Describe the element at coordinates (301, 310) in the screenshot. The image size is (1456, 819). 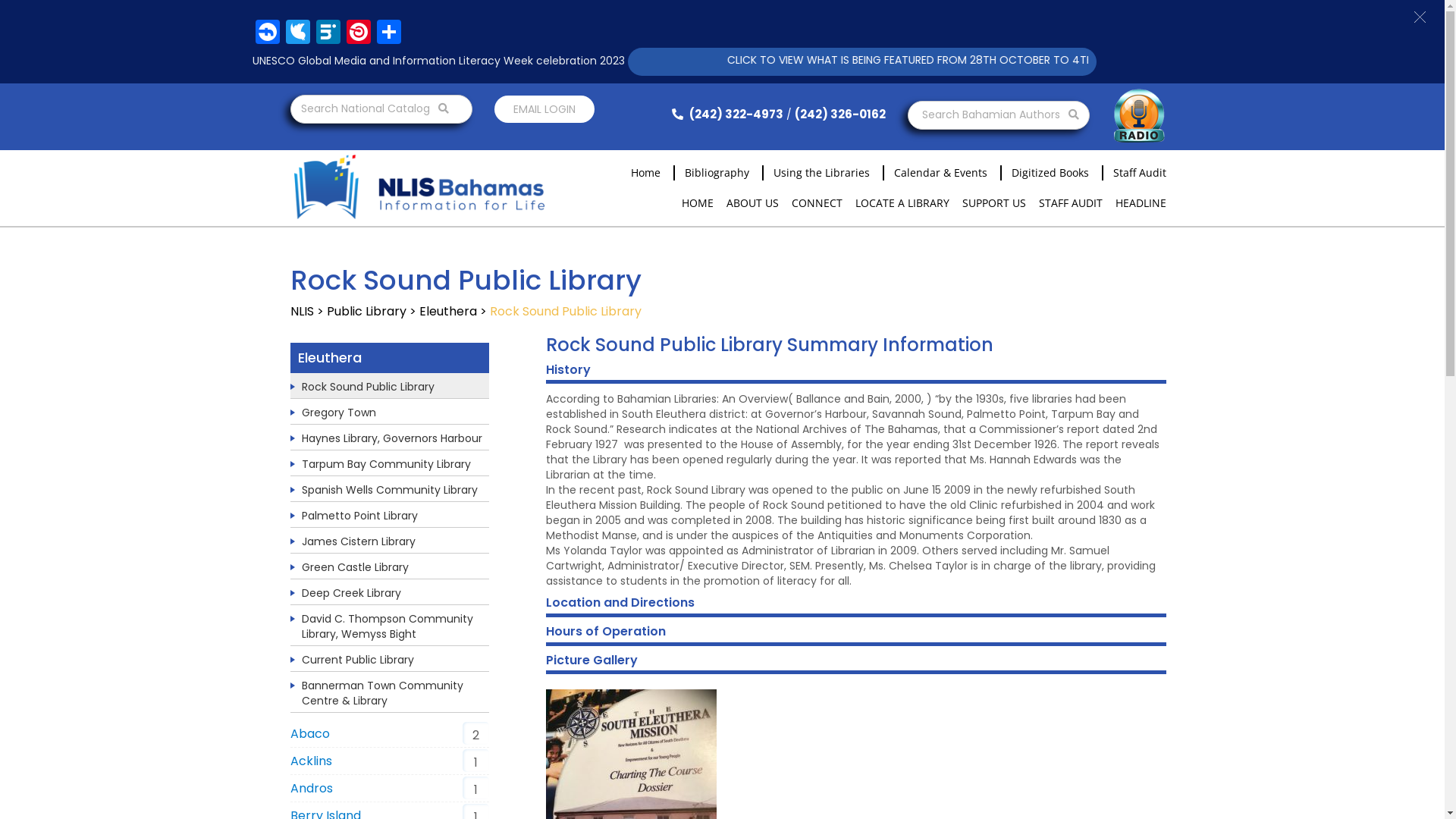
I see `'NLIS'` at that location.